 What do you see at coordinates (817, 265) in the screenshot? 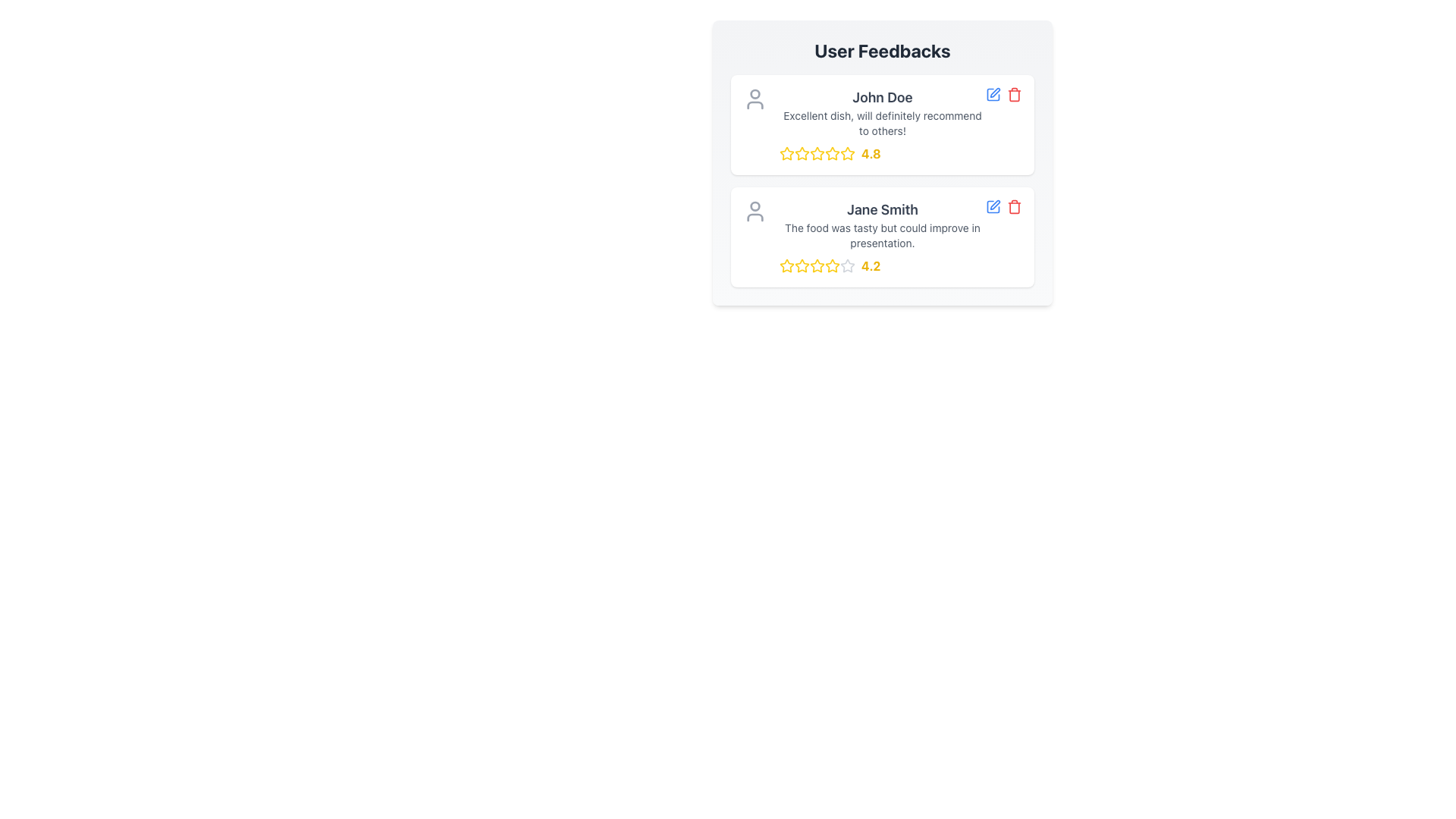
I see `the fourth star in the rating system, which visually represents a 4.2 rating, located before the text '4.2' in Jane Smith's review` at bounding box center [817, 265].